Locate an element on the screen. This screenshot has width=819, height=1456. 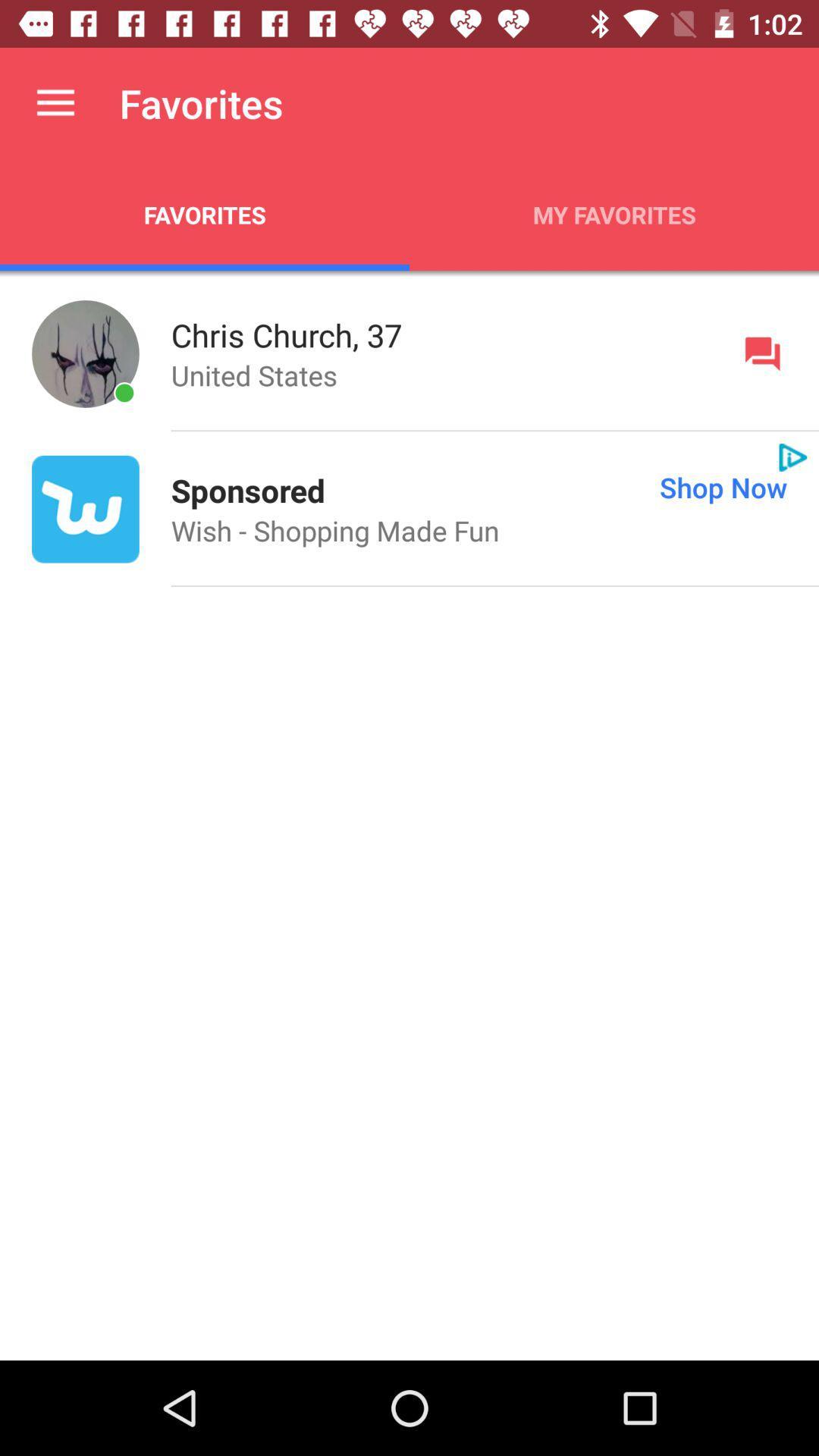
the icon at the center is located at coordinates (334, 530).